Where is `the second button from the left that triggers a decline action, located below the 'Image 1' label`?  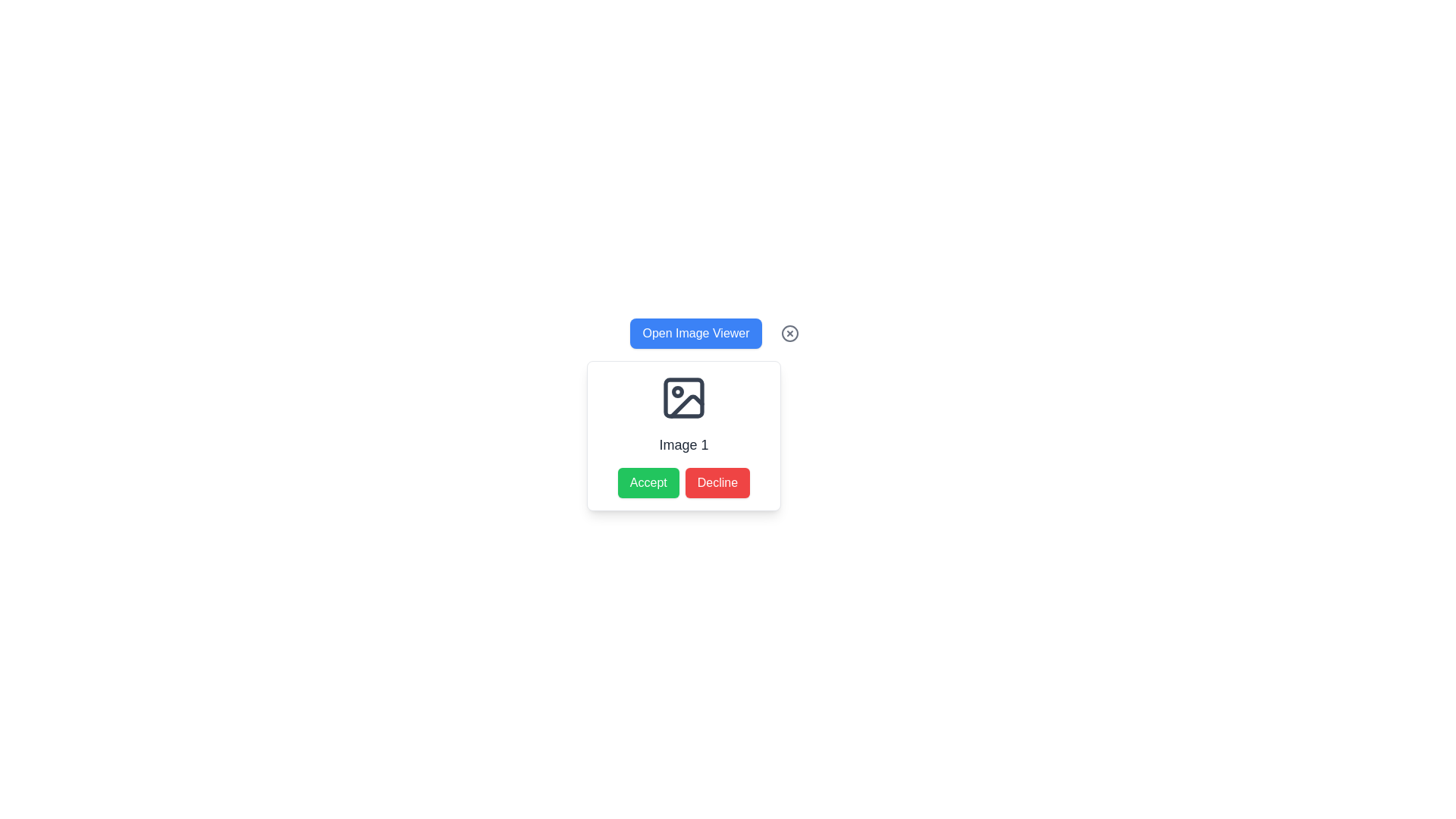
the second button from the left that triggers a decline action, located below the 'Image 1' label is located at coordinates (717, 482).